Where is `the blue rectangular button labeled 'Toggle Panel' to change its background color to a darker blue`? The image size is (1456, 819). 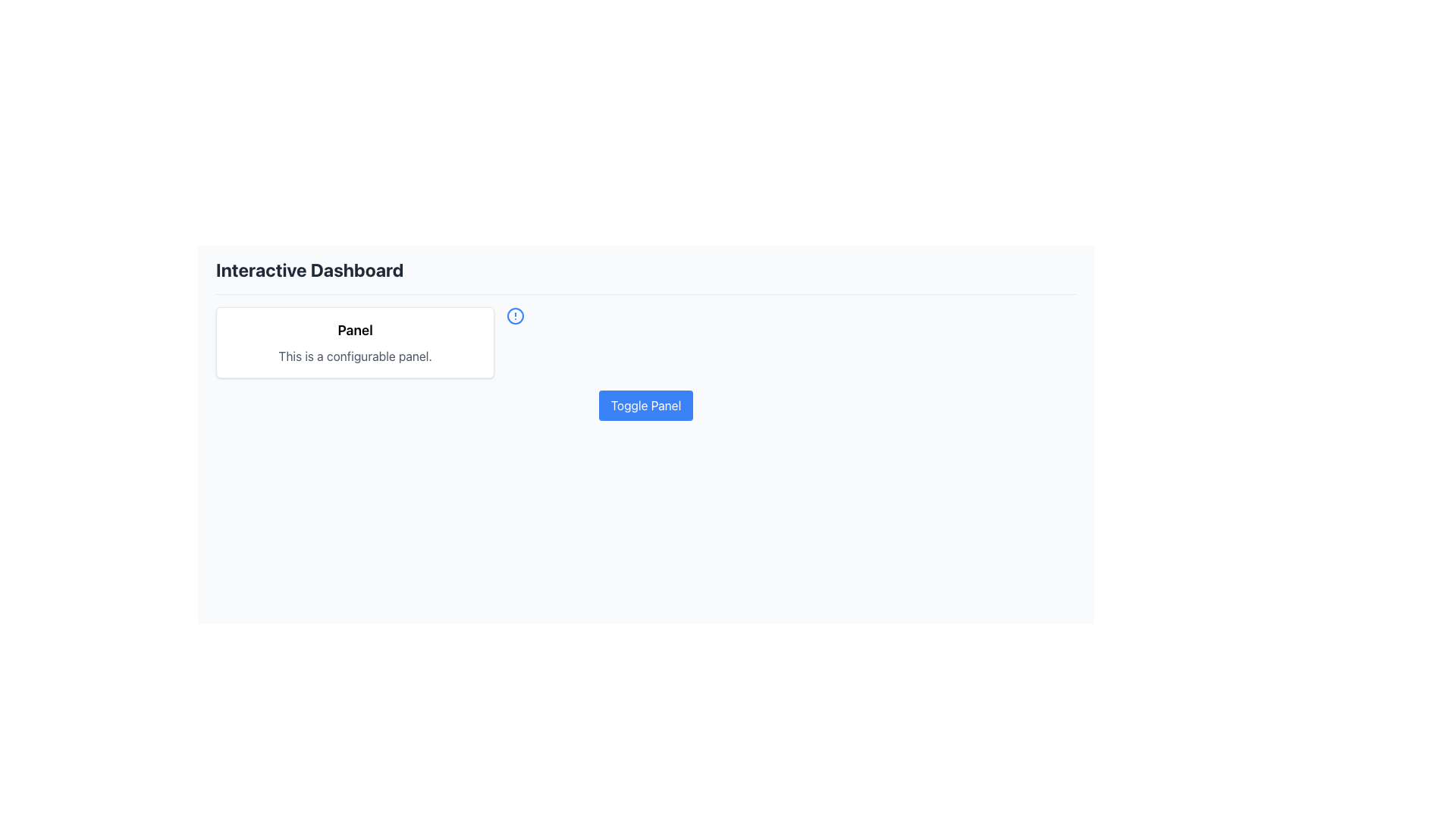
the blue rectangular button labeled 'Toggle Panel' to change its background color to a darker blue is located at coordinates (645, 405).